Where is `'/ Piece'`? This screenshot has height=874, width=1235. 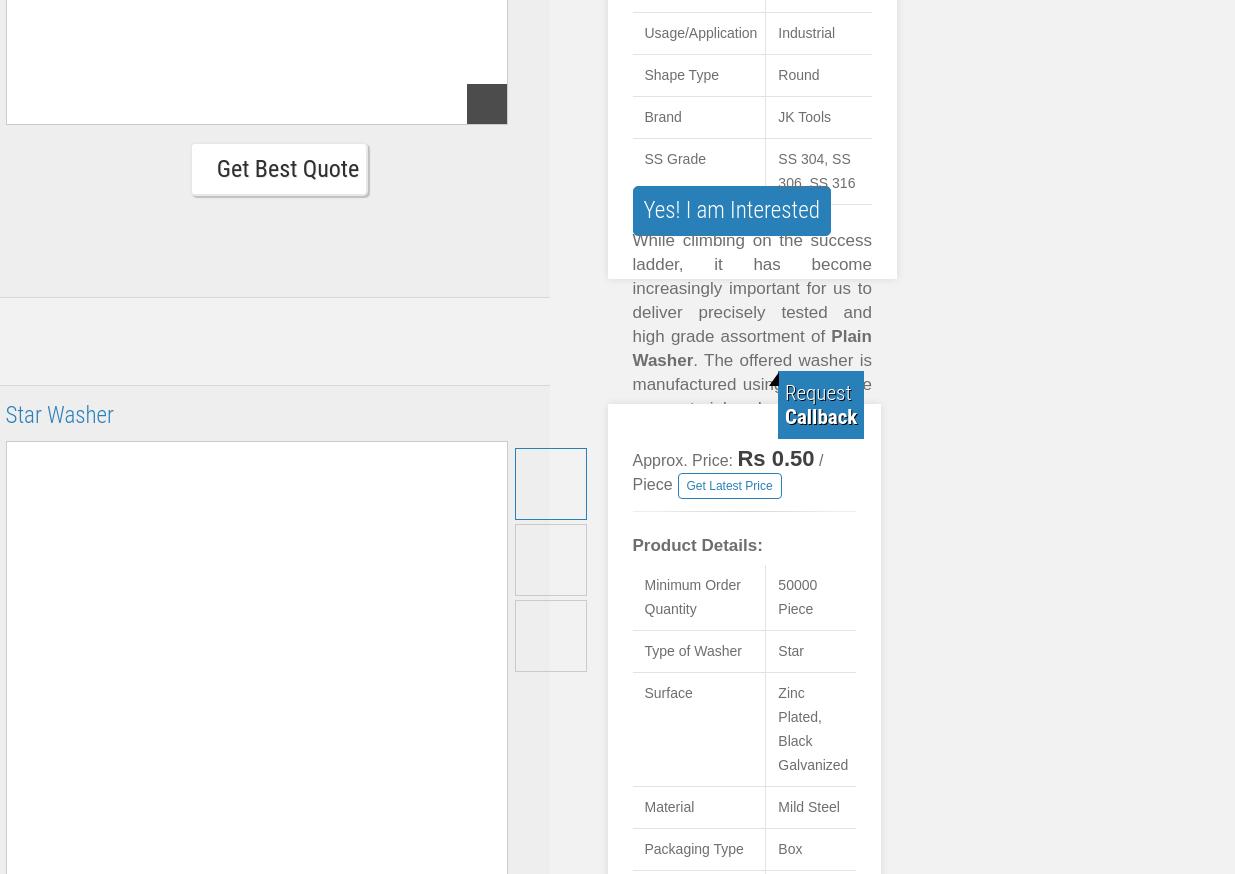 '/ Piece' is located at coordinates (727, 471).